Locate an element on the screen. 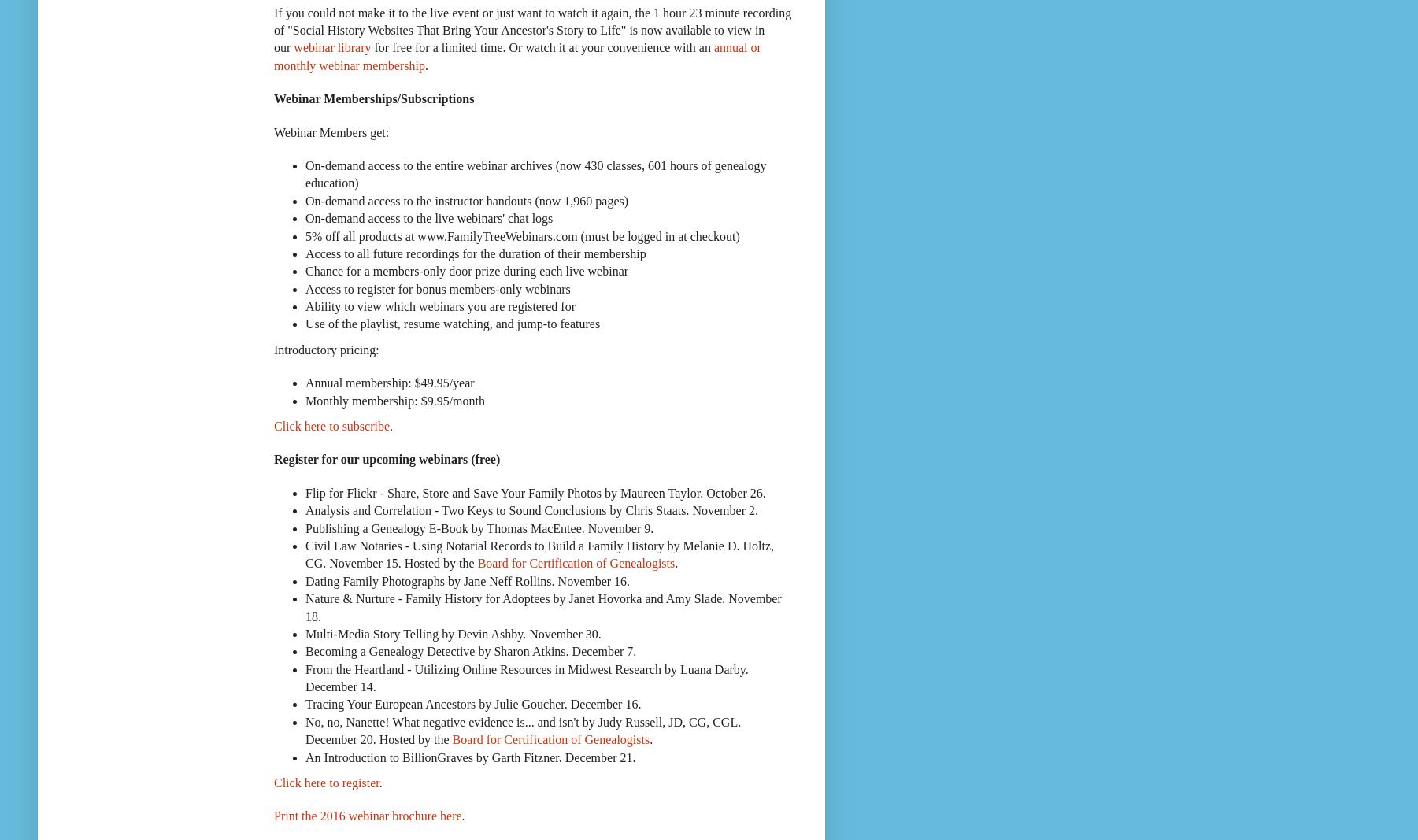  'Multi-Media Story Telling by Devin Ashby. November 30.' is located at coordinates (305, 632).